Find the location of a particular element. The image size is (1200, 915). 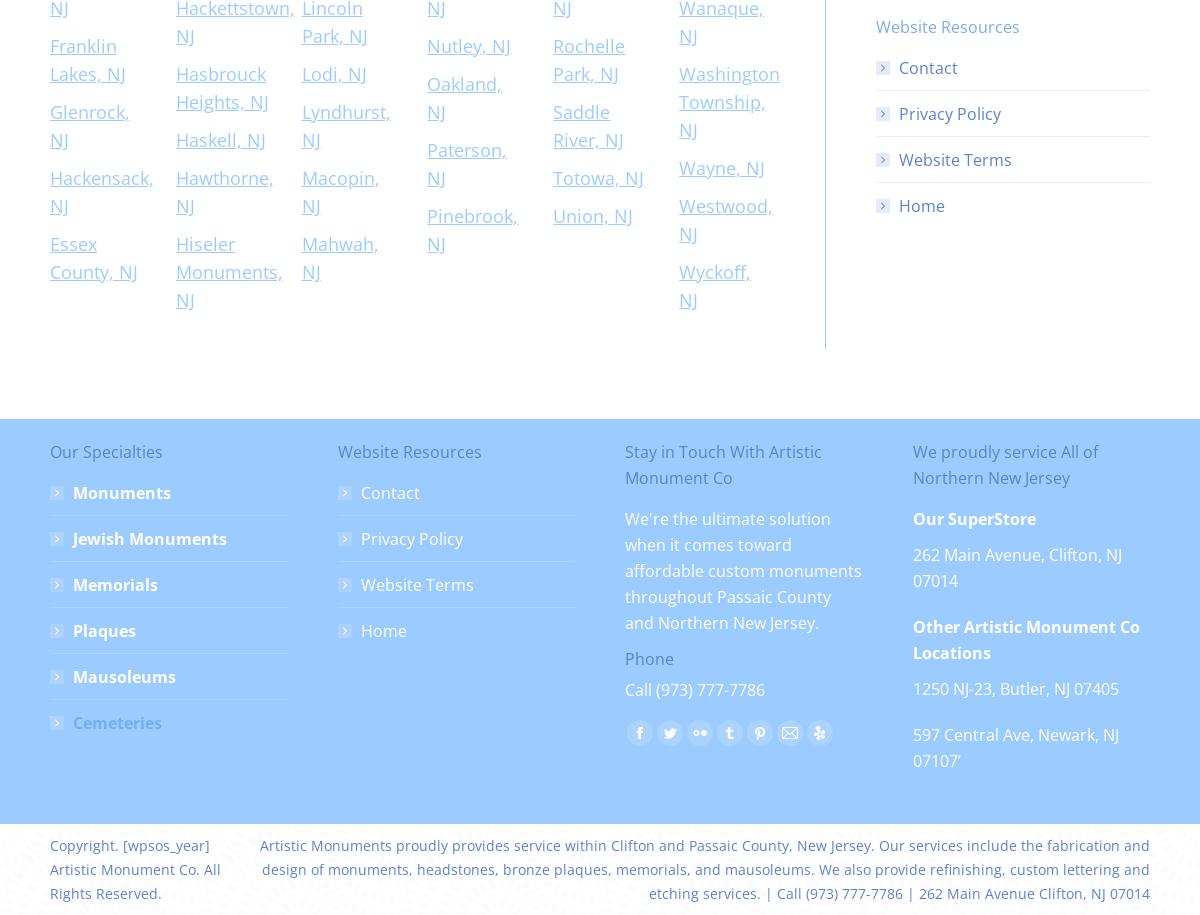

'Union, NJ' is located at coordinates (592, 216).